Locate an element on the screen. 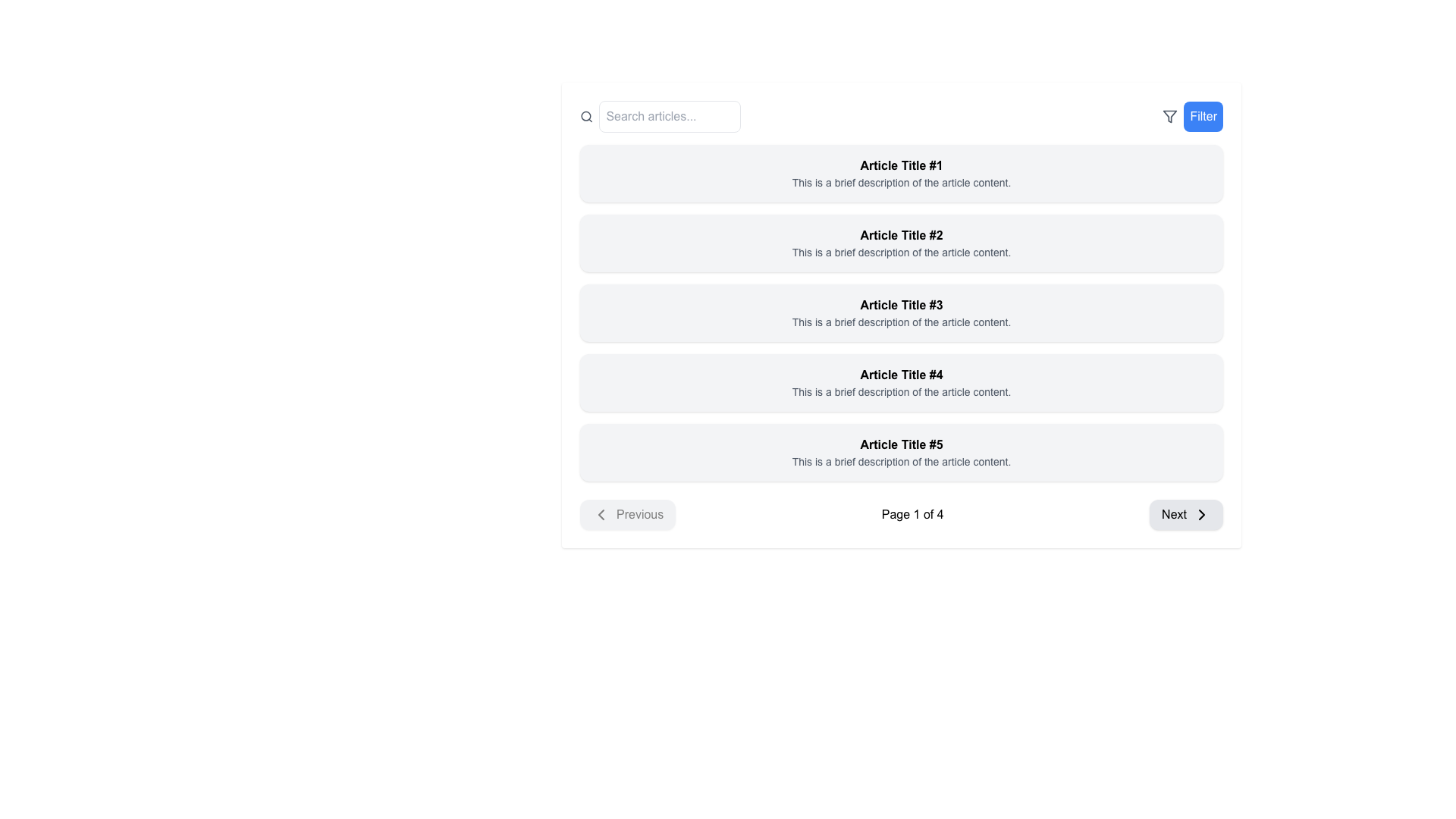 The width and height of the screenshot is (1456, 819). the filtering options button located in the top-right corner of the layout above the article list is located at coordinates (1192, 116).